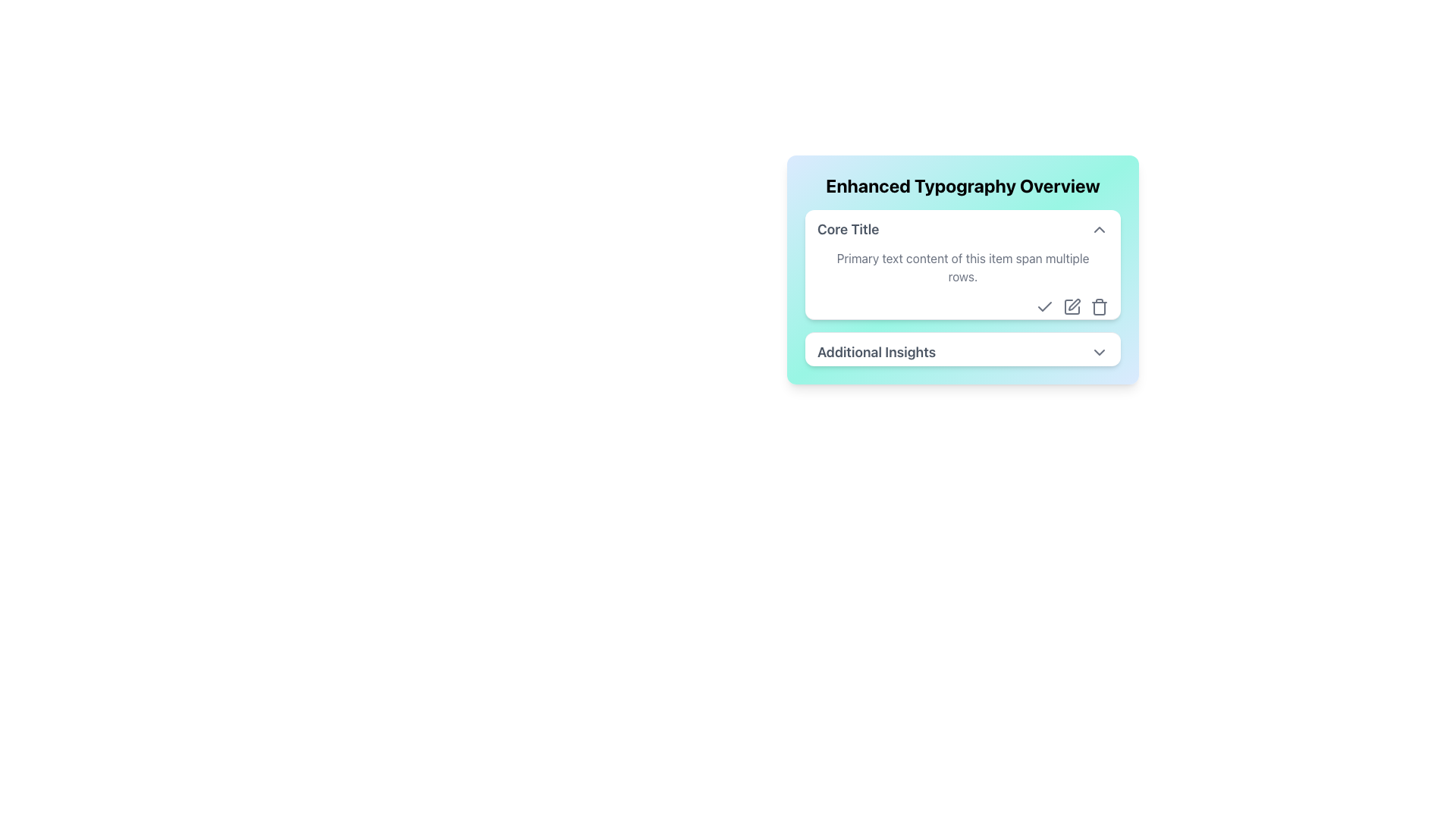  Describe the element at coordinates (1099, 307) in the screenshot. I see `the trash can icon button located at the bottom-right corner of the card to initiate a delete action` at that location.